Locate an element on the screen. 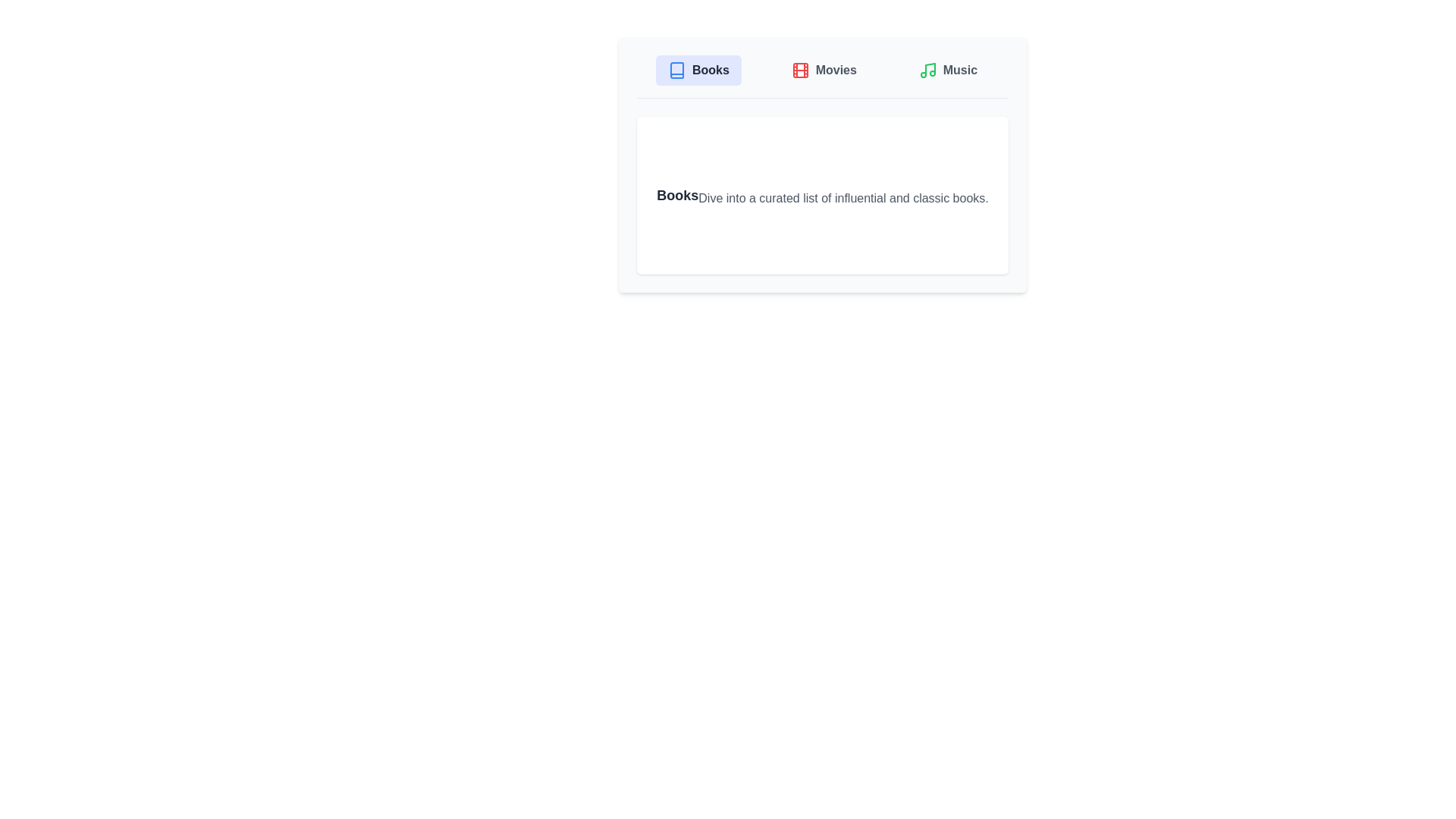 The width and height of the screenshot is (1456, 819). the Books tab by clicking on its button is located at coordinates (698, 70).